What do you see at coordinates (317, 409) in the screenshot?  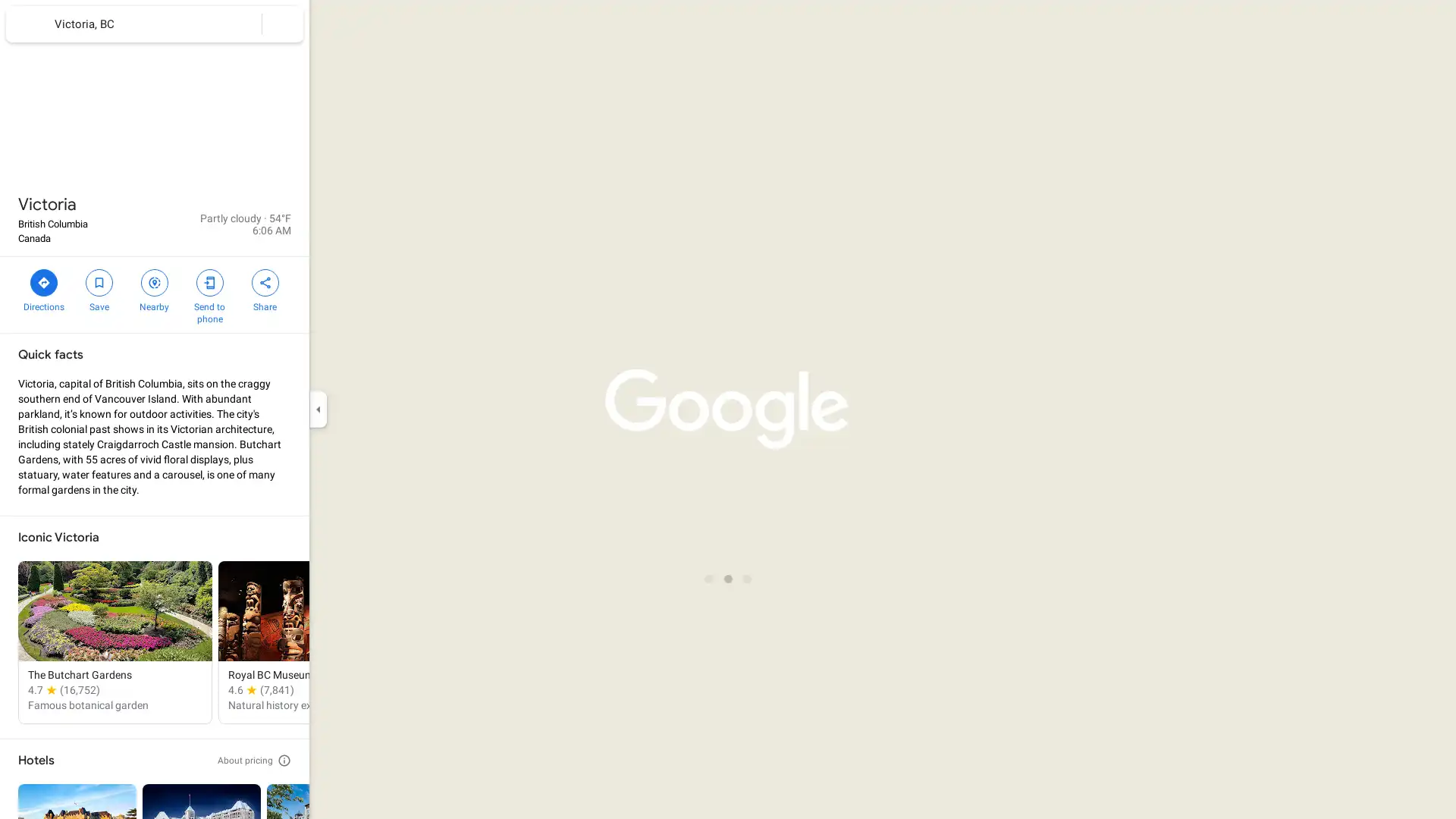 I see `Collapse side panel` at bounding box center [317, 409].